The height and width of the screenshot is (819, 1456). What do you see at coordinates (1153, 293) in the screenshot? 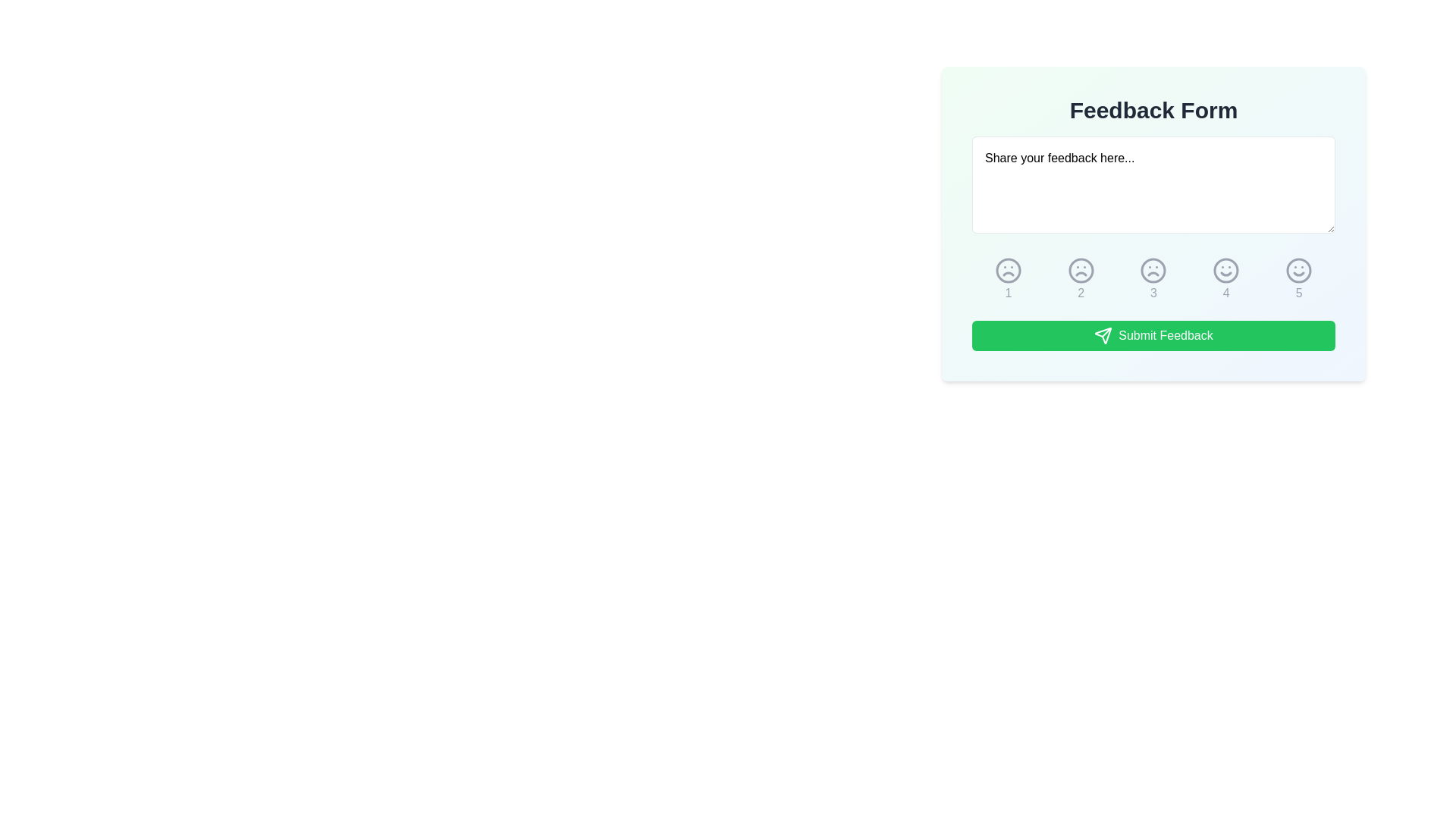
I see `the static text label displaying the numeral '3', which is positioned below a frown face icon and is part of a feedback options row` at bounding box center [1153, 293].